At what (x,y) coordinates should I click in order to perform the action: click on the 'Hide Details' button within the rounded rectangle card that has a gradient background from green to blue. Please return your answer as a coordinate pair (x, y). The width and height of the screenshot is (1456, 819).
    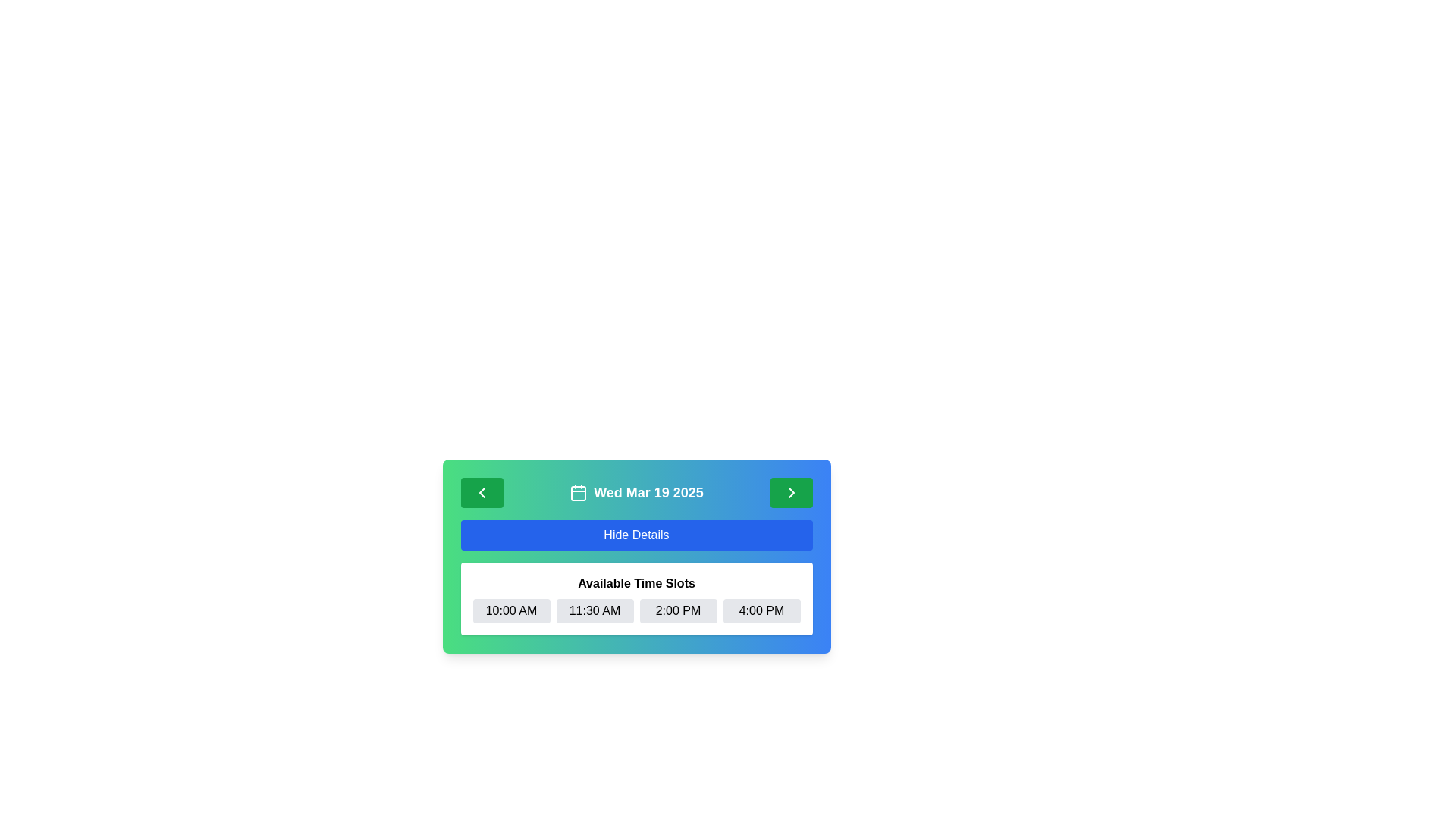
    Looking at the image, I should click on (636, 556).